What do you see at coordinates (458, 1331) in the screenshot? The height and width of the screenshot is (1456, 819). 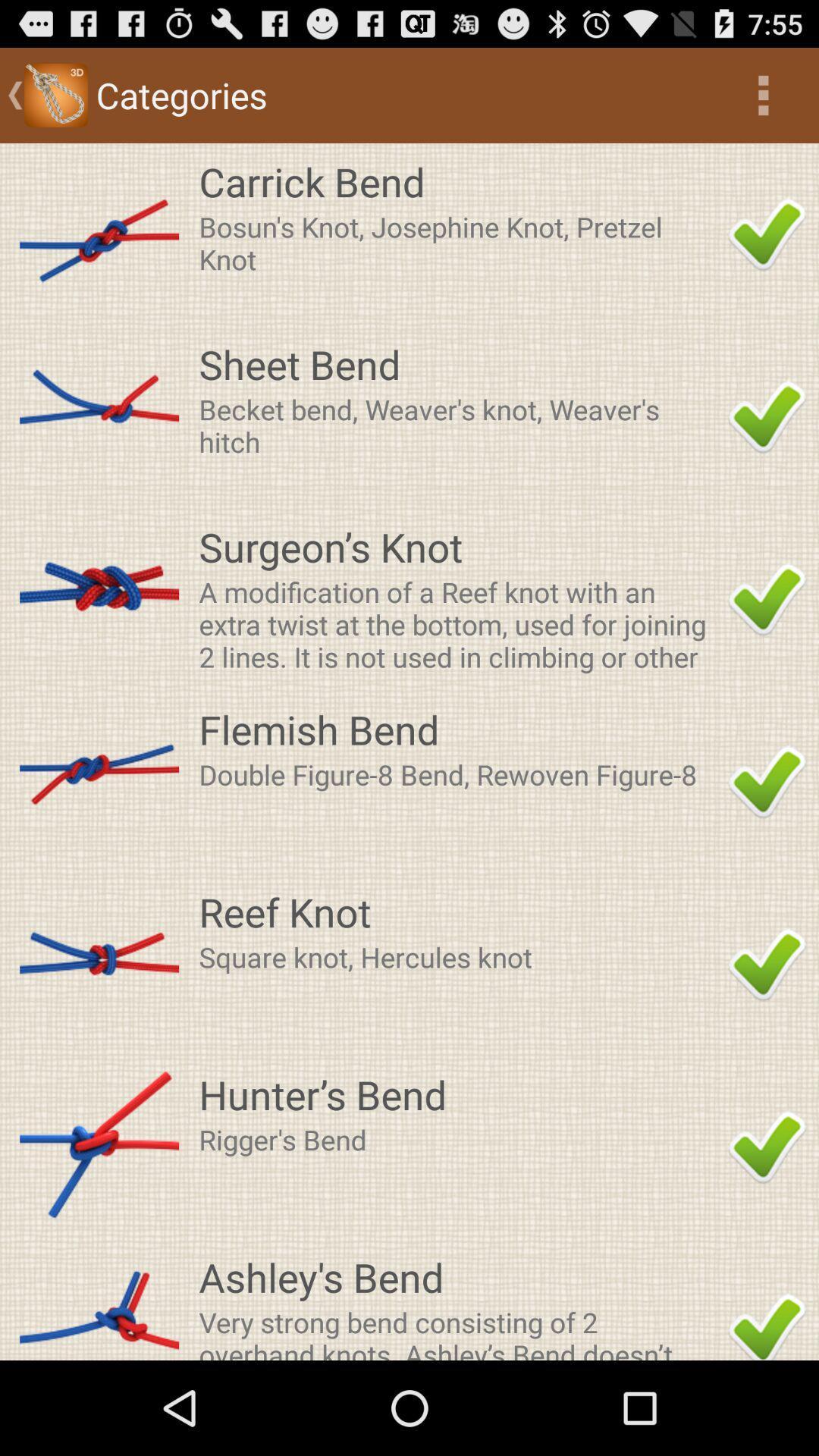 I see `the app below ashley's bend icon` at bounding box center [458, 1331].